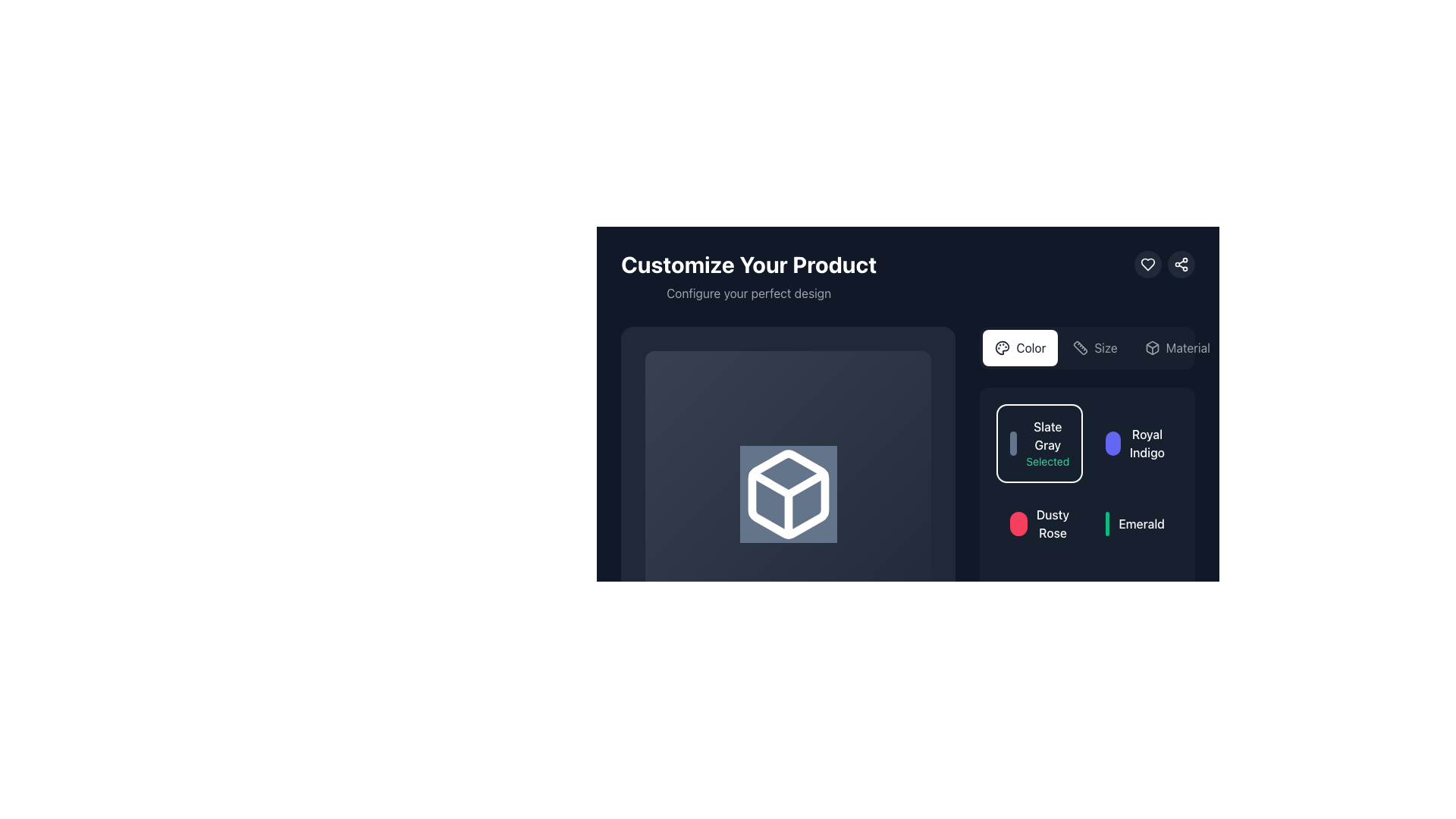  I want to click on the selectable option with a dark background and the text 'Emerald' featuring a green circular icon on the left, so click(1135, 522).